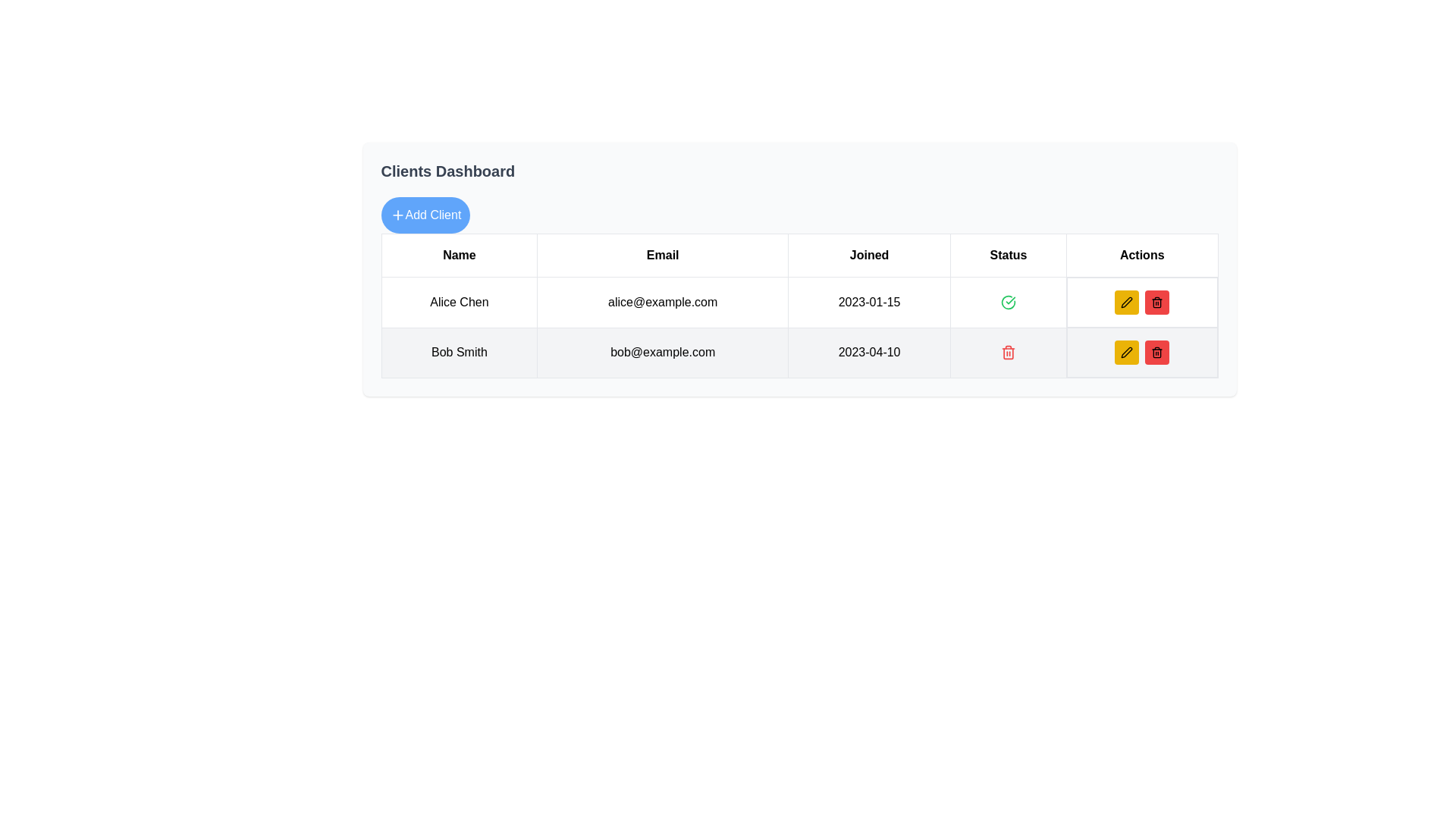 The image size is (1456, 819). What do you see at coordinates (1156, 302) in the screenshot?
I see `the circular red button with a white trash icon` at bounding box center [1156, 302].